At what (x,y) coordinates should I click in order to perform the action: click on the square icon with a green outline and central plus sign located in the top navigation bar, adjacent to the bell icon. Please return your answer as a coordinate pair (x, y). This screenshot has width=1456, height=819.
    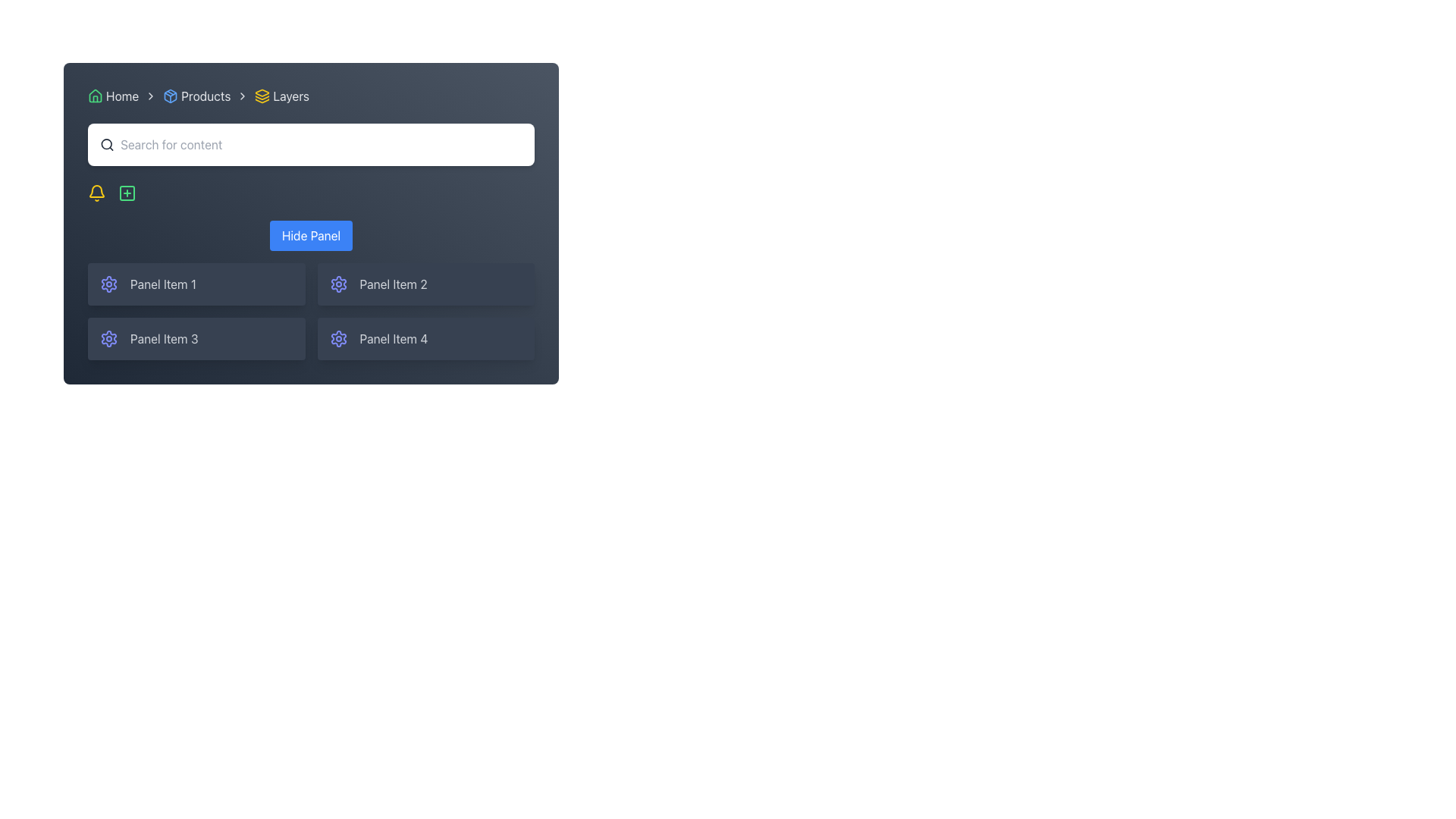
    Looking at the image, I should click on (127, 192).